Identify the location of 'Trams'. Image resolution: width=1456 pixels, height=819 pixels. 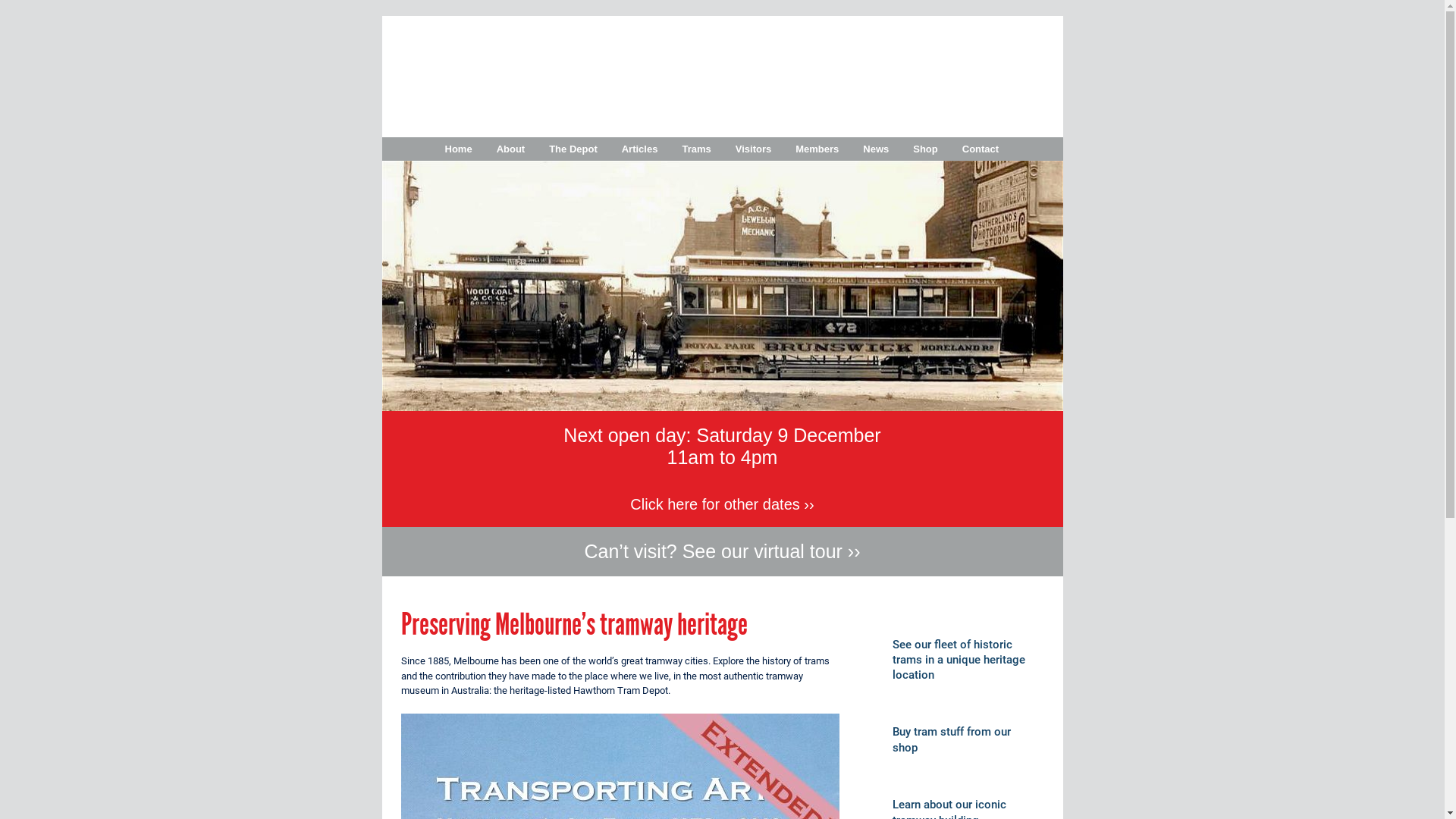
(695, 149).